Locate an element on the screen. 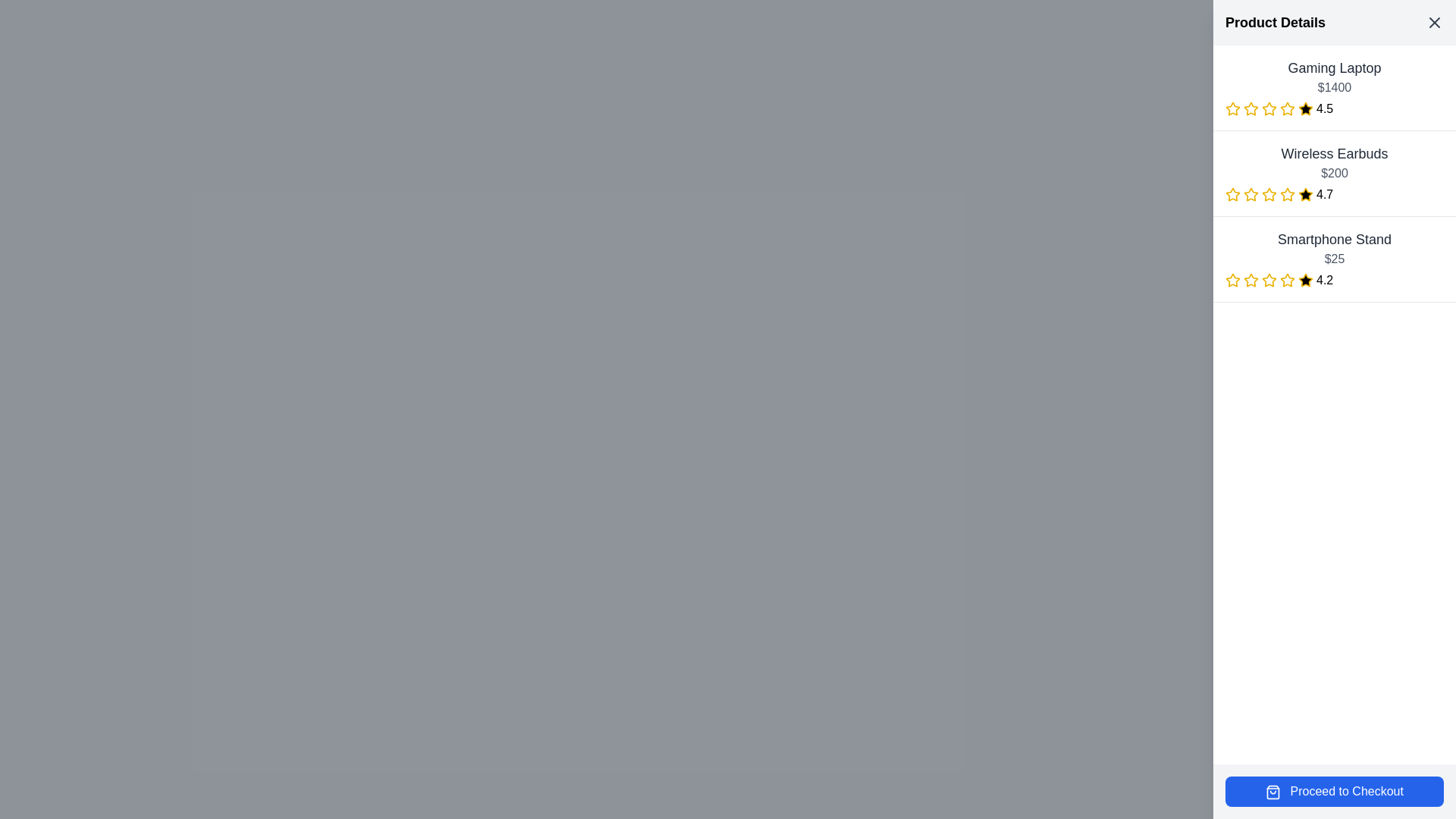  the 5th Rating Star Icon, which is styled with a yellow outline and a transparent center, located in the horizontal row of rating stars for the 'Smartphone Stand' under the 'Product Details' section is located at coordinates (1287, 281).